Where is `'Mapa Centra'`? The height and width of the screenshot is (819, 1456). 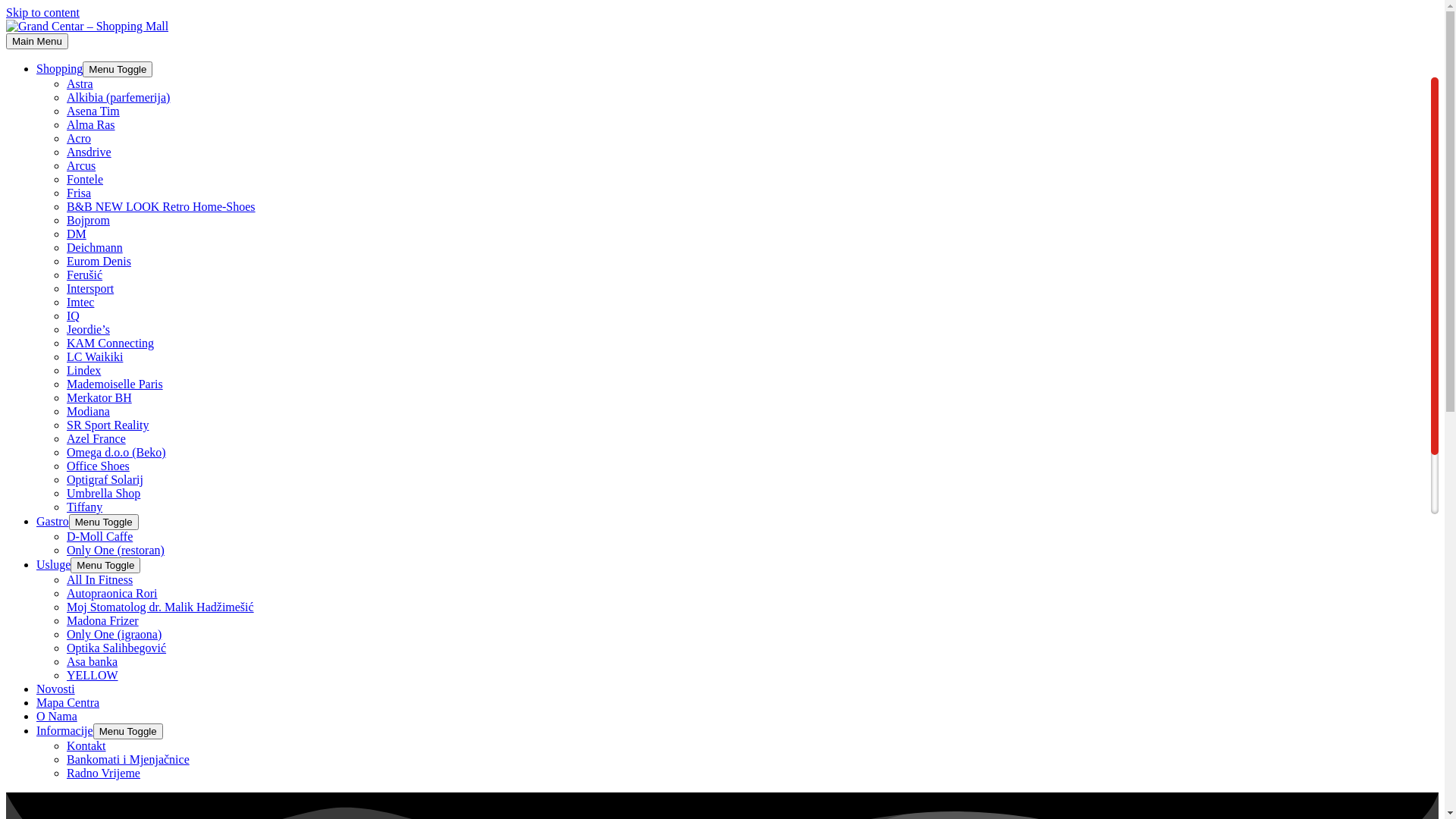
'Mapa Centra' is located at coordinates (67, 702).